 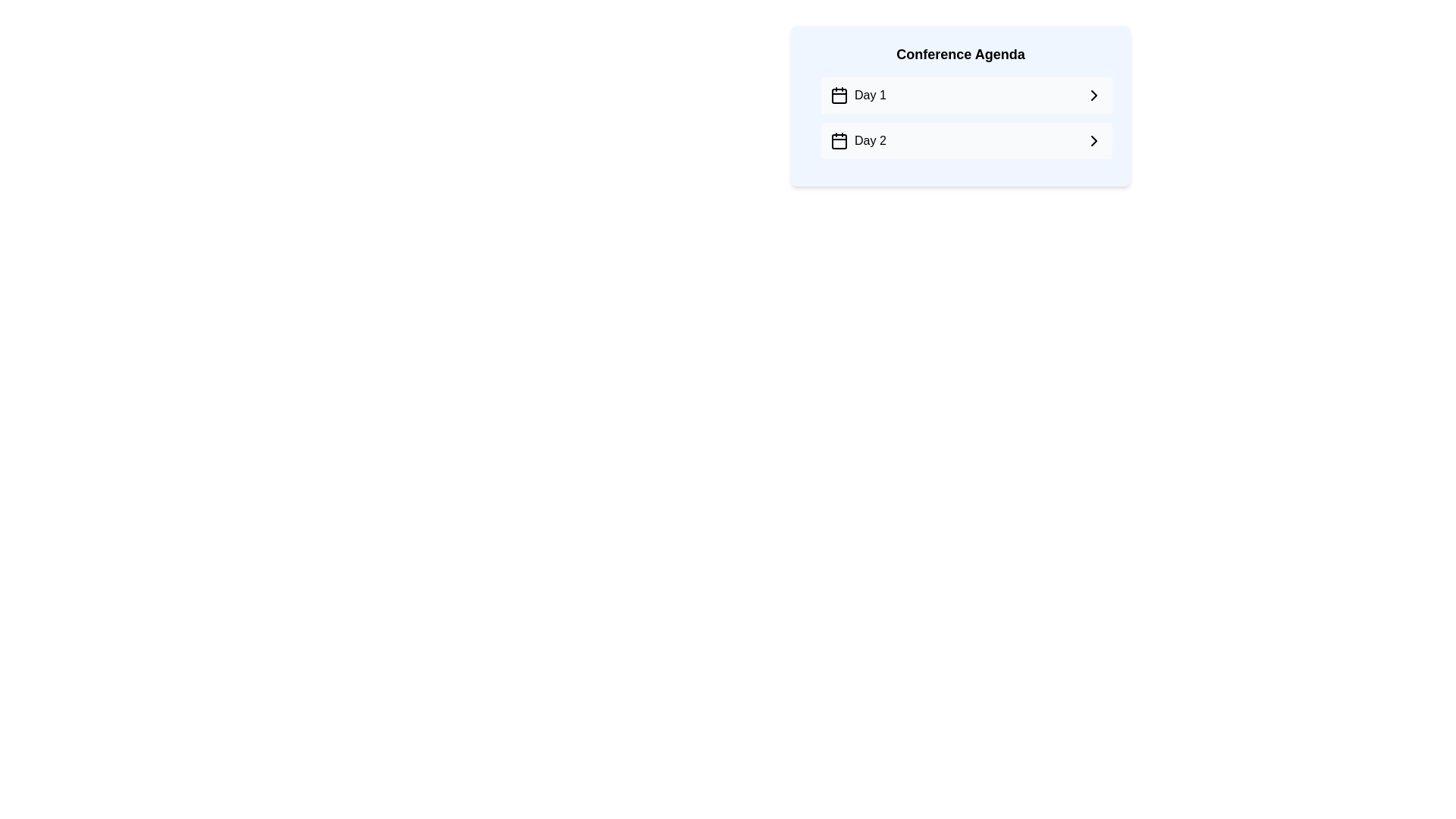 What do you see at coordinates (839, 141) in the screenshot?
I see `the Calendar icon in the SVG graphic that signifies 'Day 2' in the Conference Agenda menu` at bounding box center [839, 141].